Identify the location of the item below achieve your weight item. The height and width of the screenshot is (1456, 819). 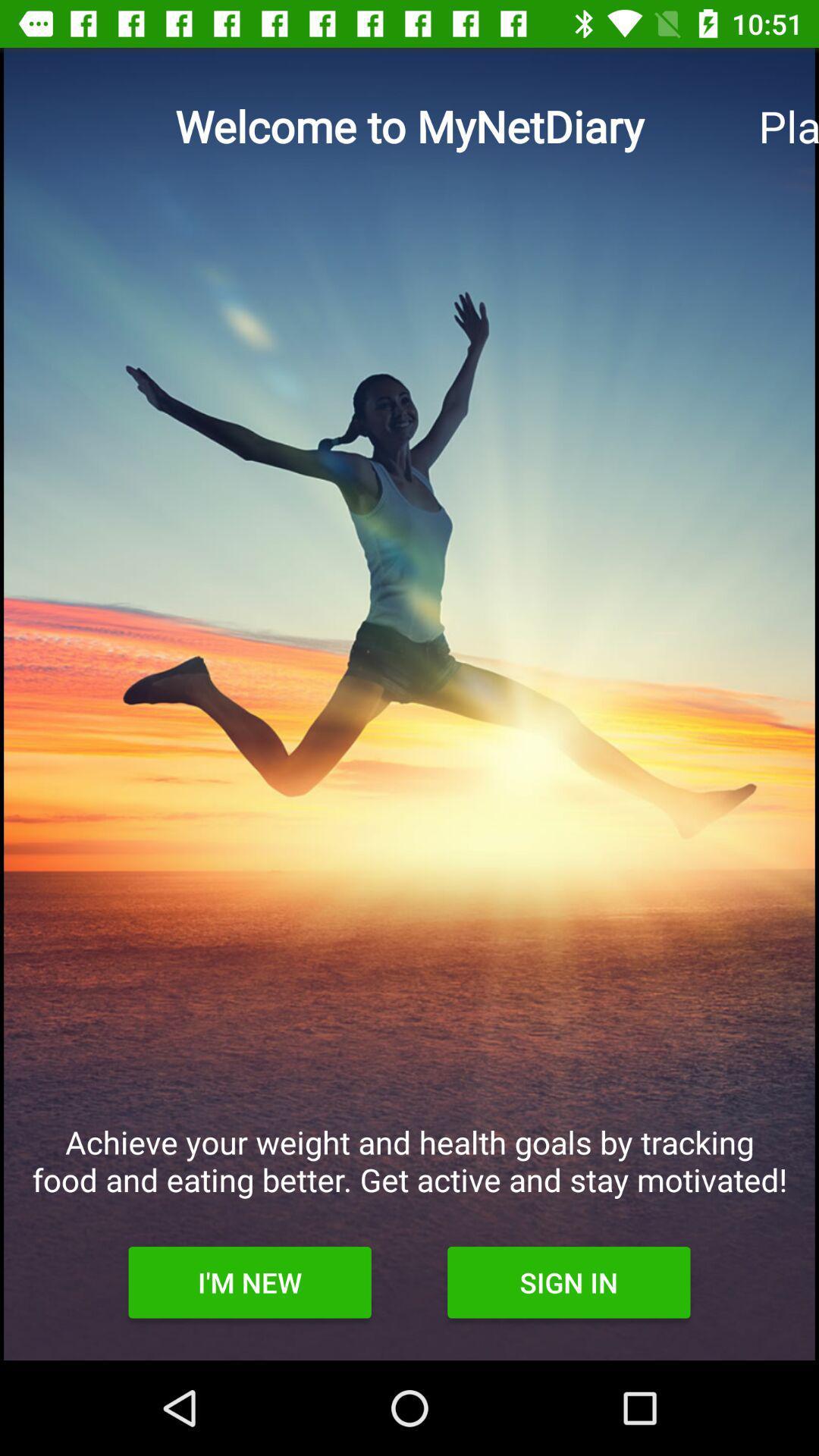
(569, 1282).